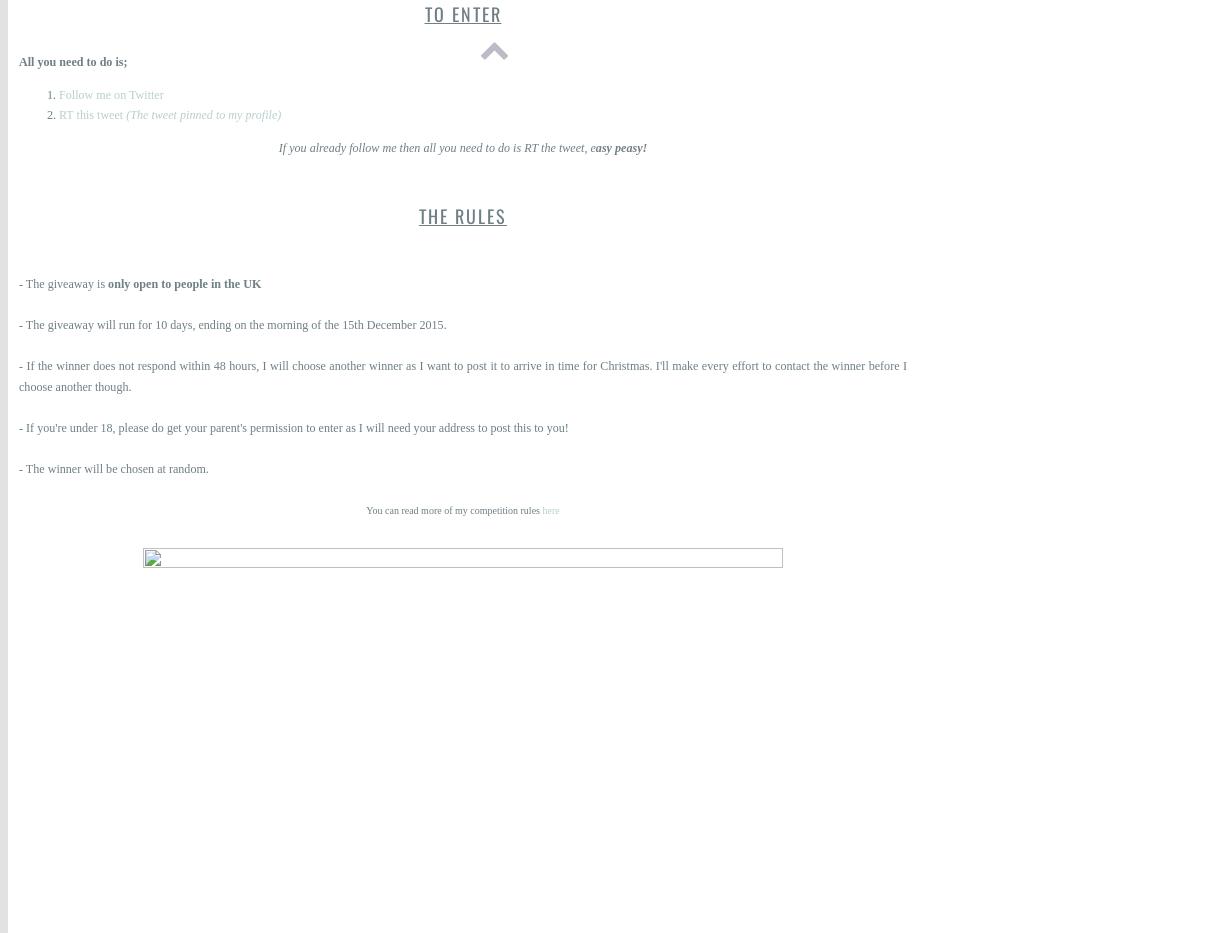 The image size is (1208, 933). I want to click on 'The Rules', so click(463, 213).